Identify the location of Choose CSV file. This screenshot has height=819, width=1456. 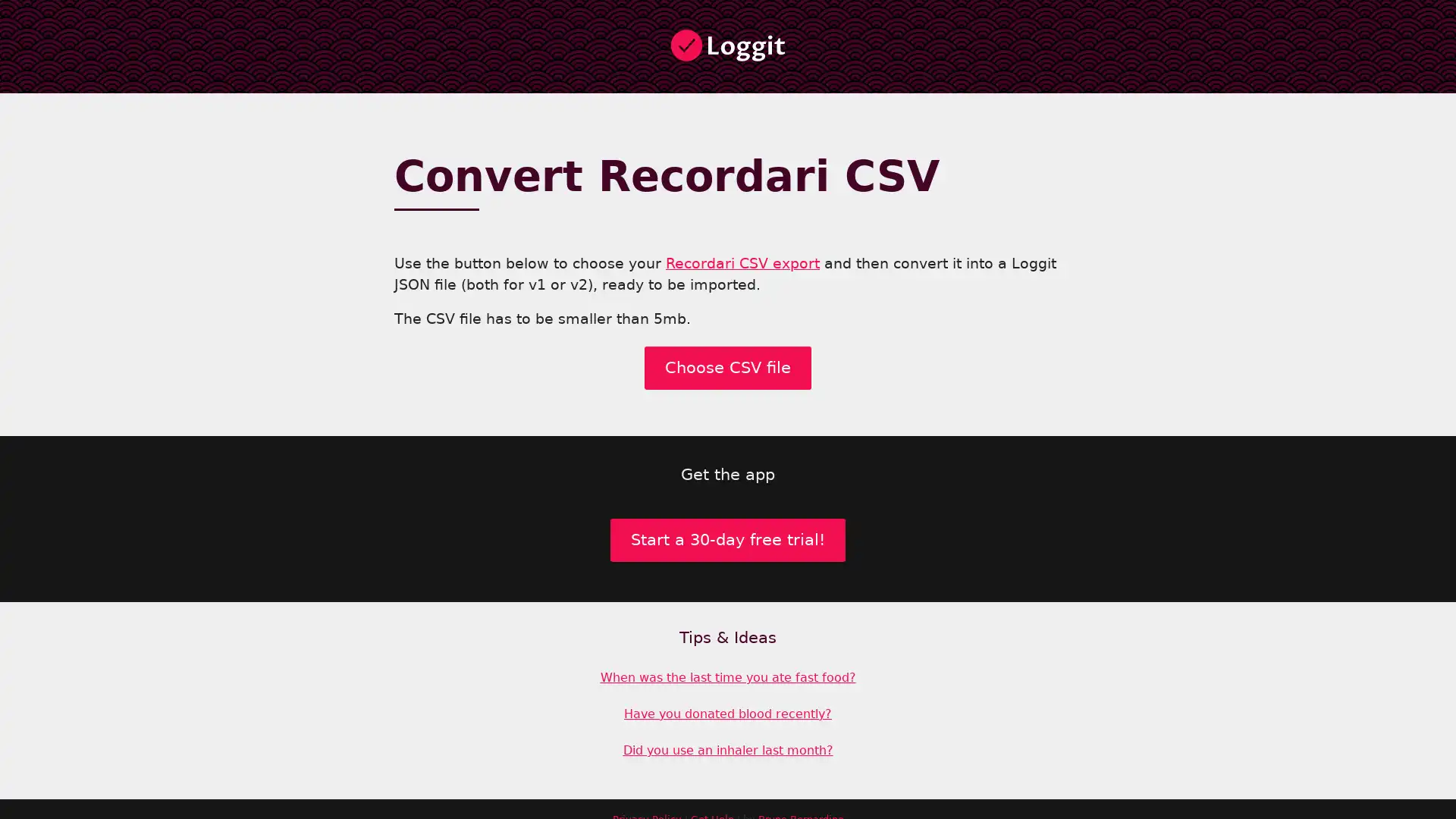
(728, 376).